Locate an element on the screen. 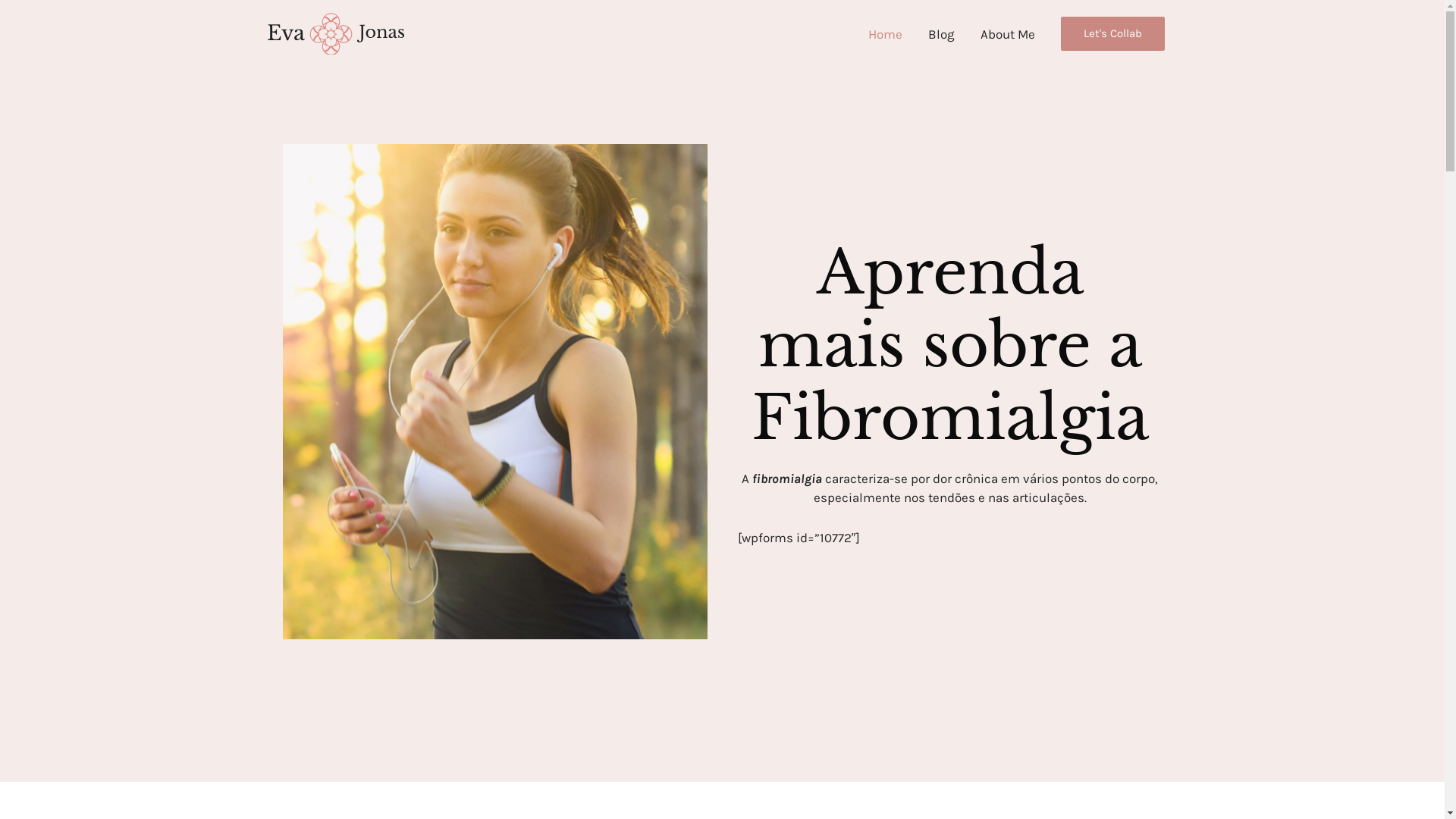  'Home' is located at coordinates (885, 34).